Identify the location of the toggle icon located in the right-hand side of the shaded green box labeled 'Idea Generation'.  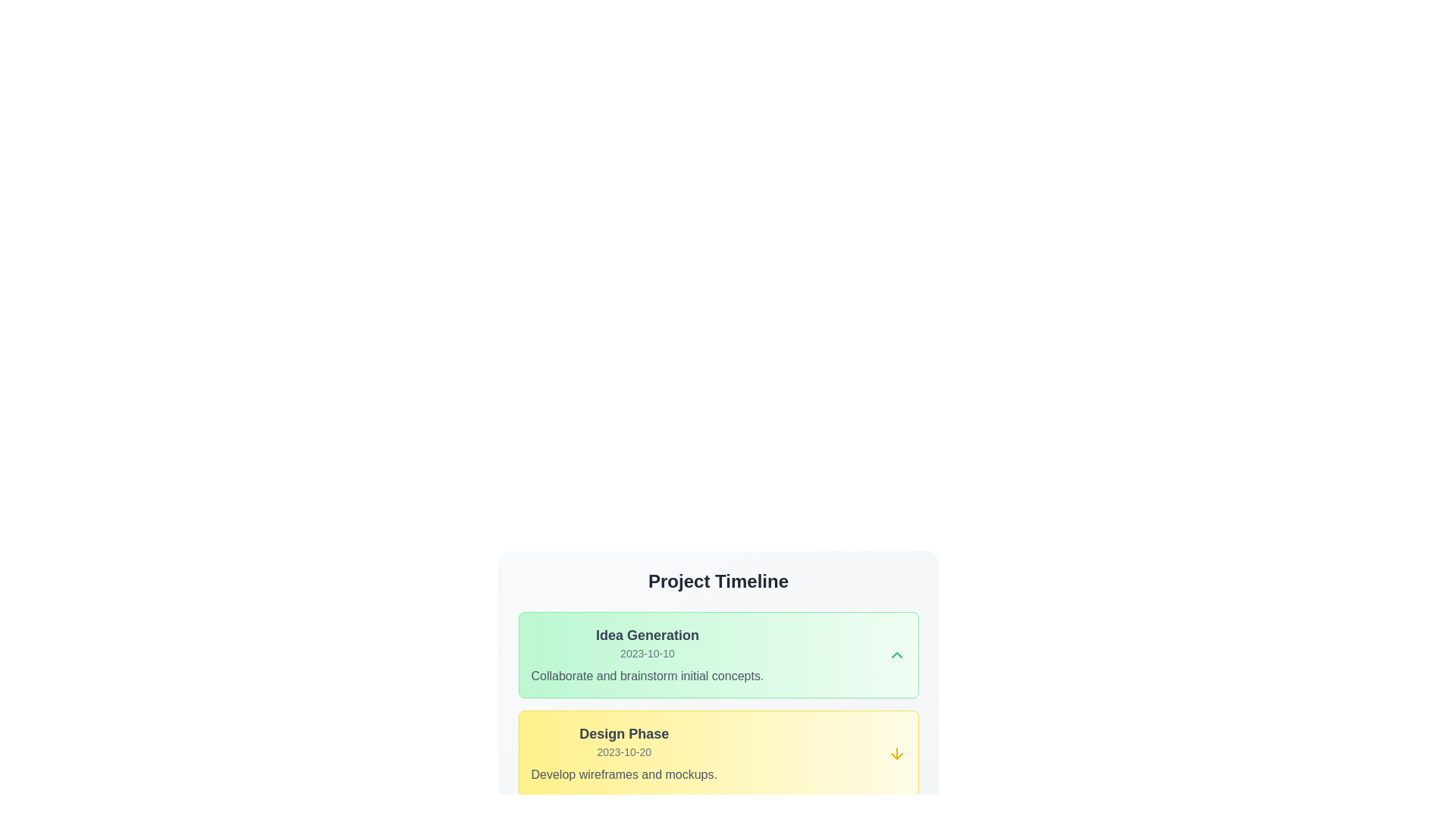
(896, 654).